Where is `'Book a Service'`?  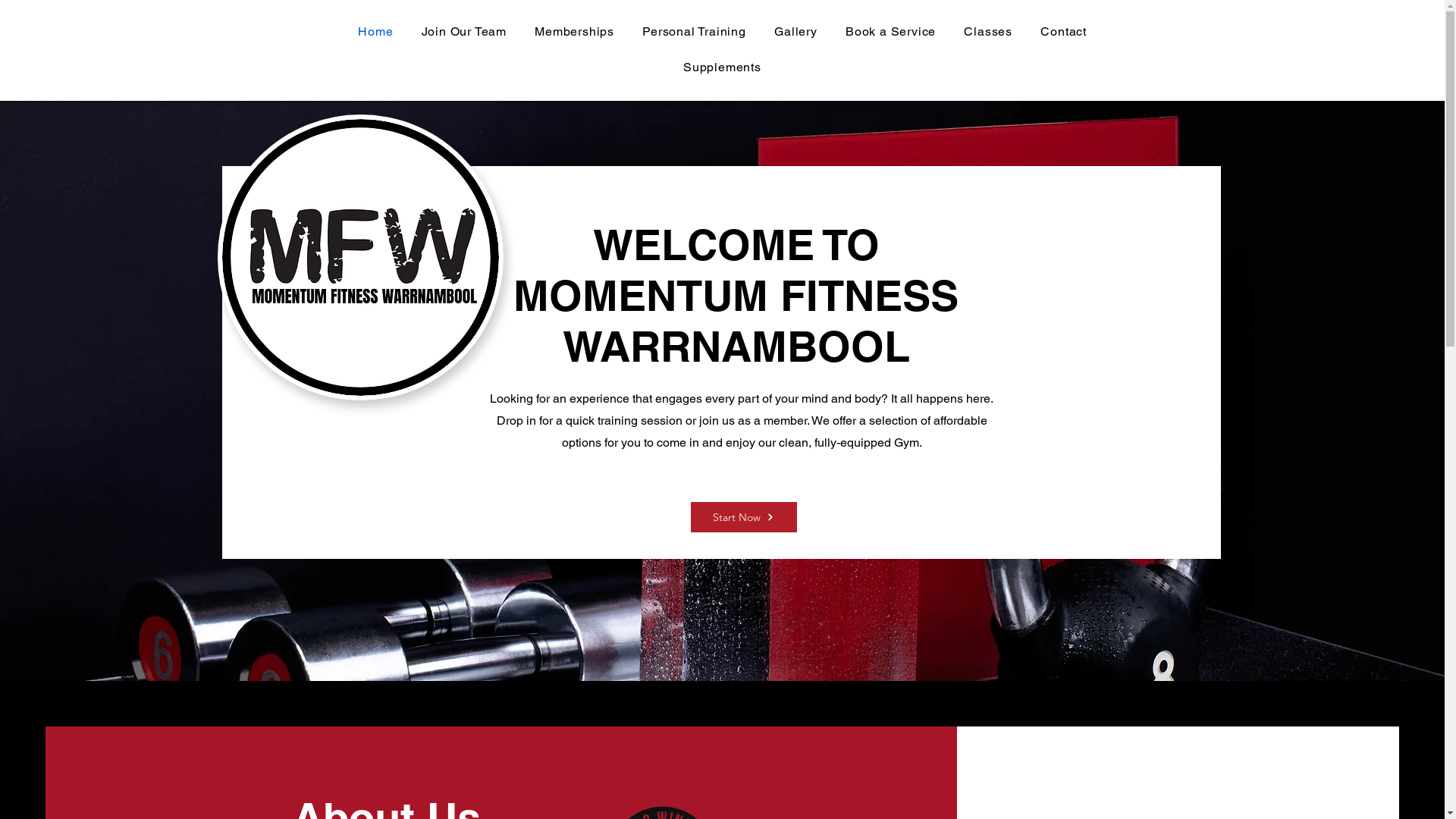 'Book a Service' is located at coordinates (890, 31).